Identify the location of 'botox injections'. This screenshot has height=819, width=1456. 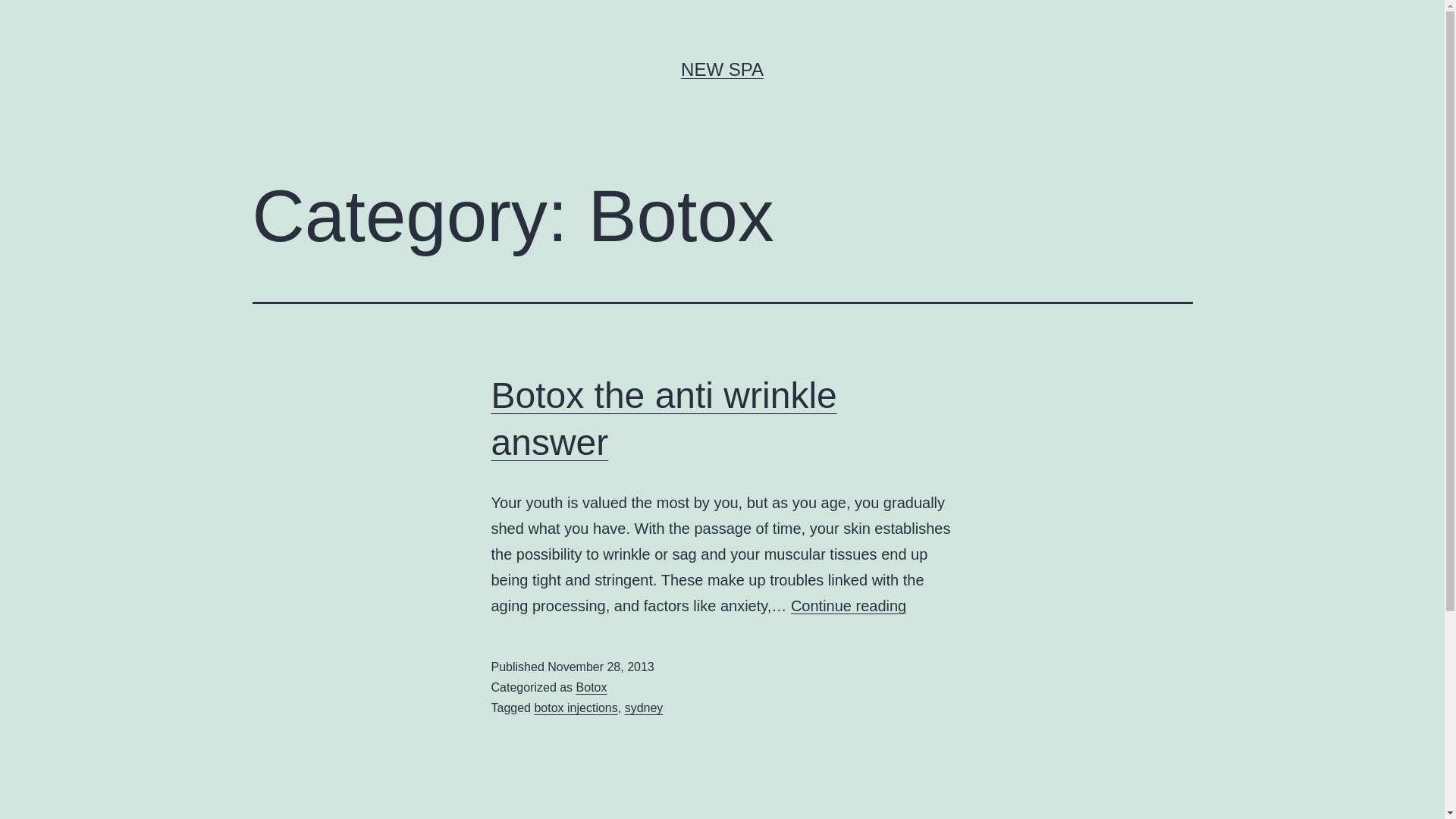
(534, 708).